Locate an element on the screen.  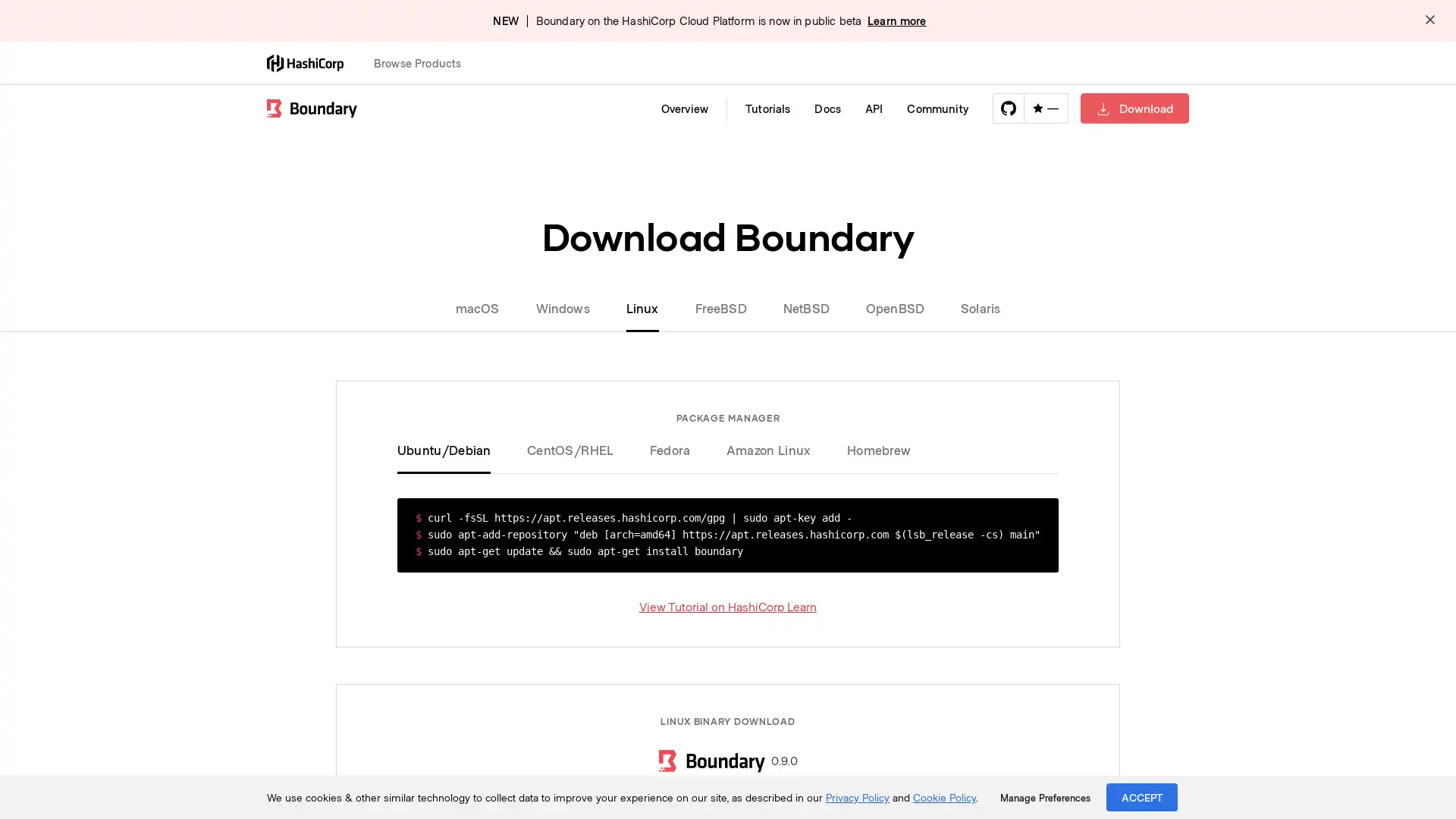
Homebrew is located at coordinates (870, 449).